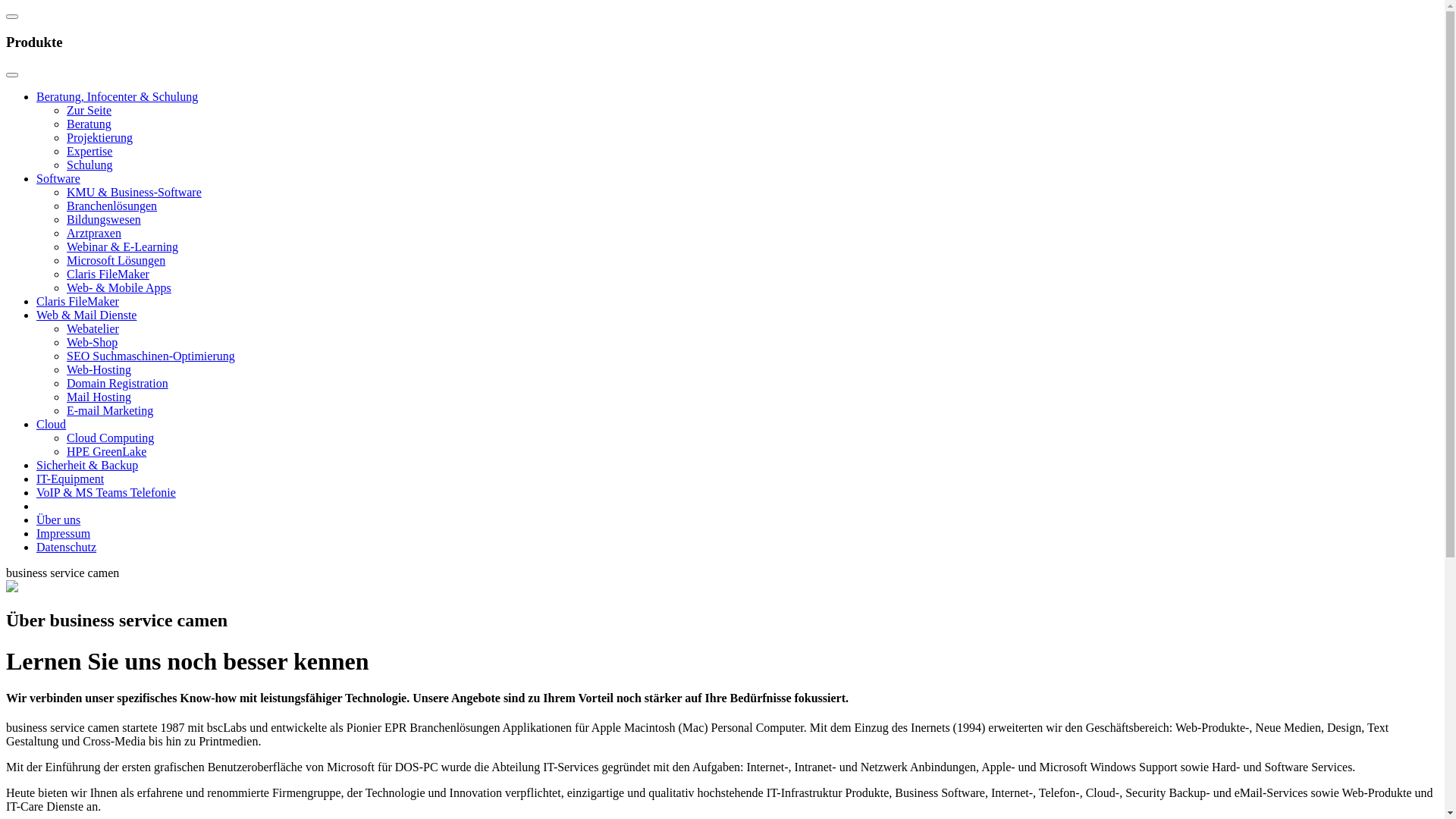  What do you see at coordinates (108, 410) in the screenshot?
I see `'E-mail Marketing'` at bounding box center [108, 410].